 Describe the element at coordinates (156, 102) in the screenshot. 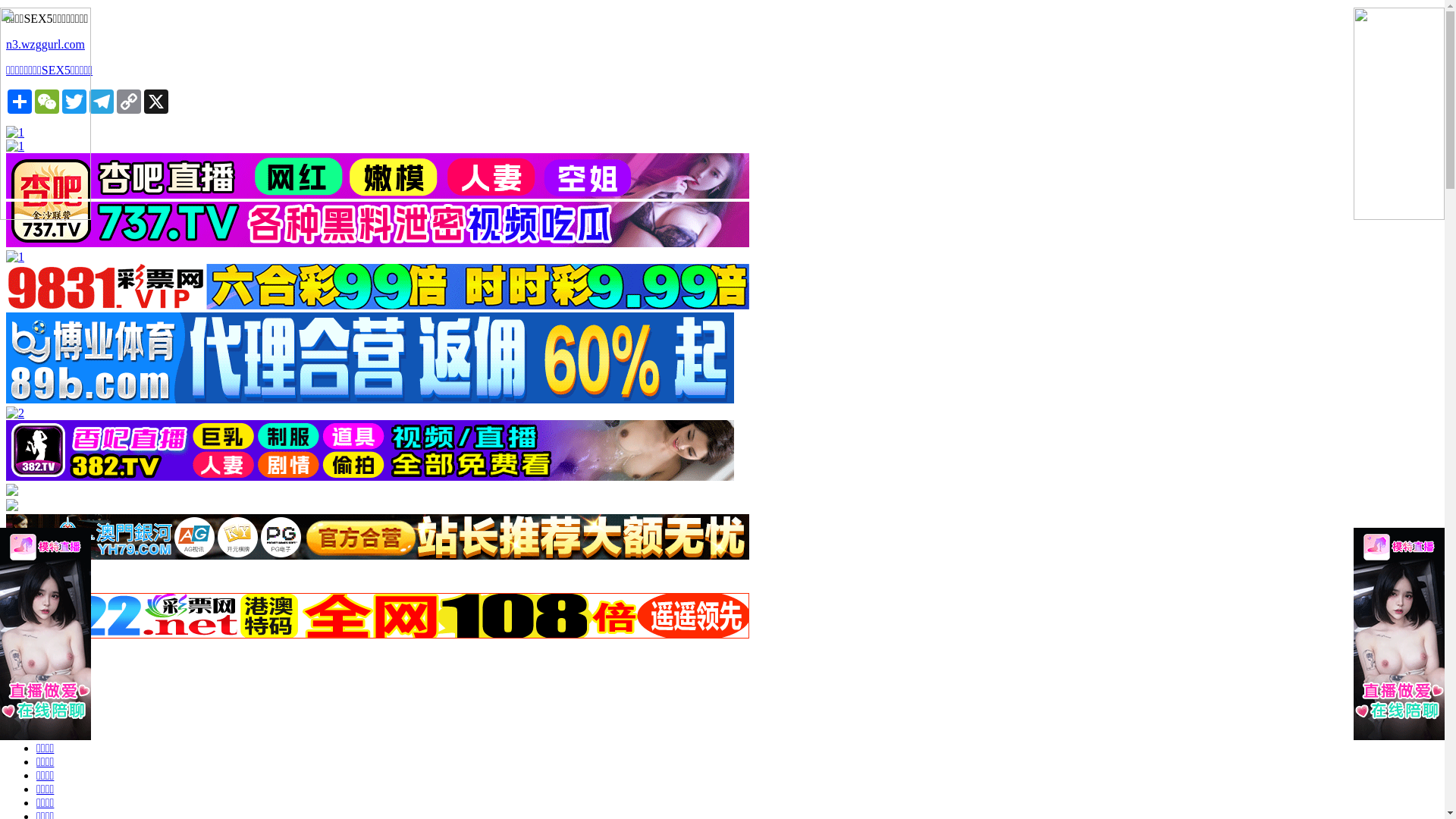

I see `'X'` at that location.